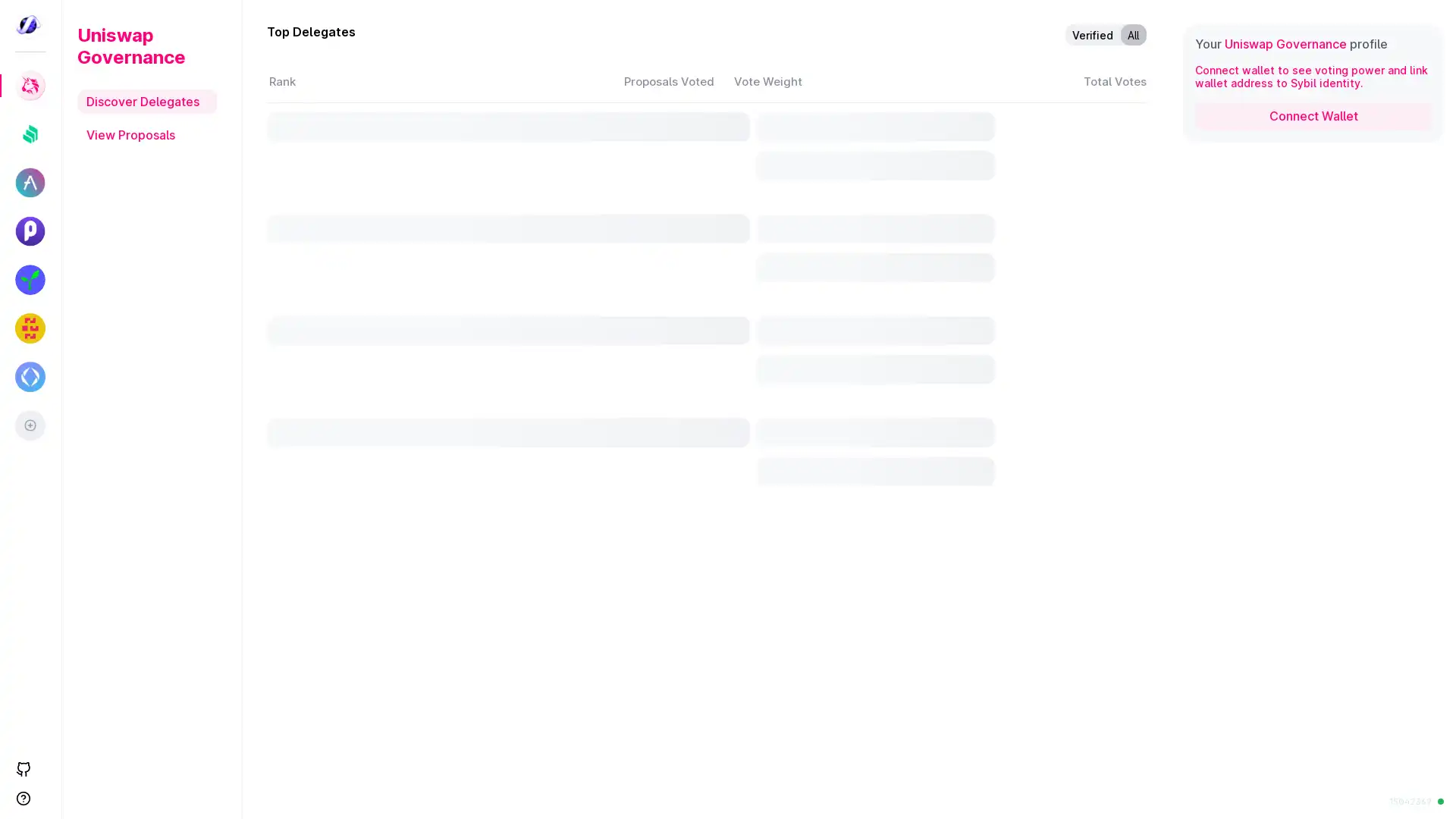 This screenshot has height=819, width=1456. What do you see at coordinates (1006, 689) in the screenshot?
I see `Delegate` at bounding box center [1006, 689].